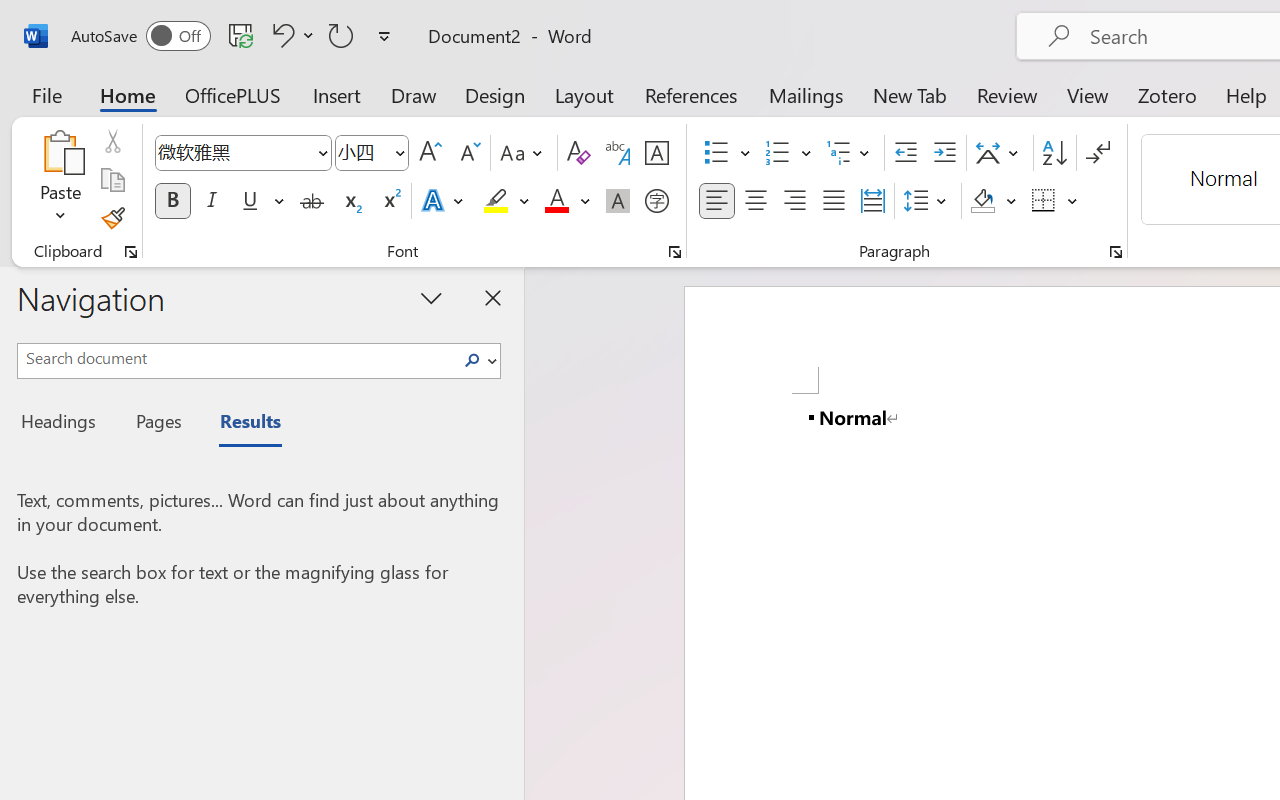  Describe the element at coordinates (656, 153) in the screenshot. I see `'Character Border'` at that location.